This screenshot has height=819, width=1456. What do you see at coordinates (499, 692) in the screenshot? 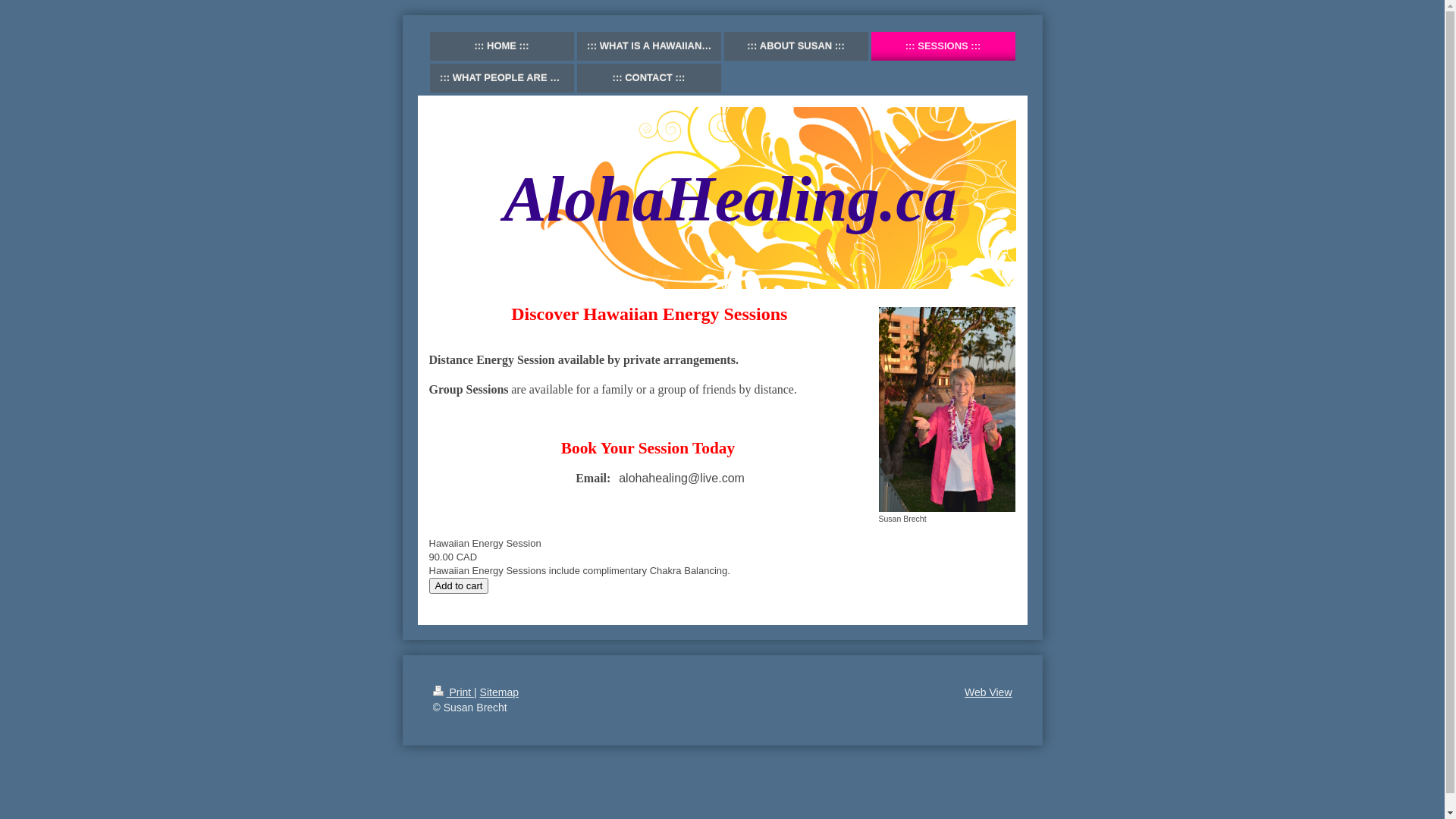
I see `'Sitemap'` at bounding box center [499, 692].